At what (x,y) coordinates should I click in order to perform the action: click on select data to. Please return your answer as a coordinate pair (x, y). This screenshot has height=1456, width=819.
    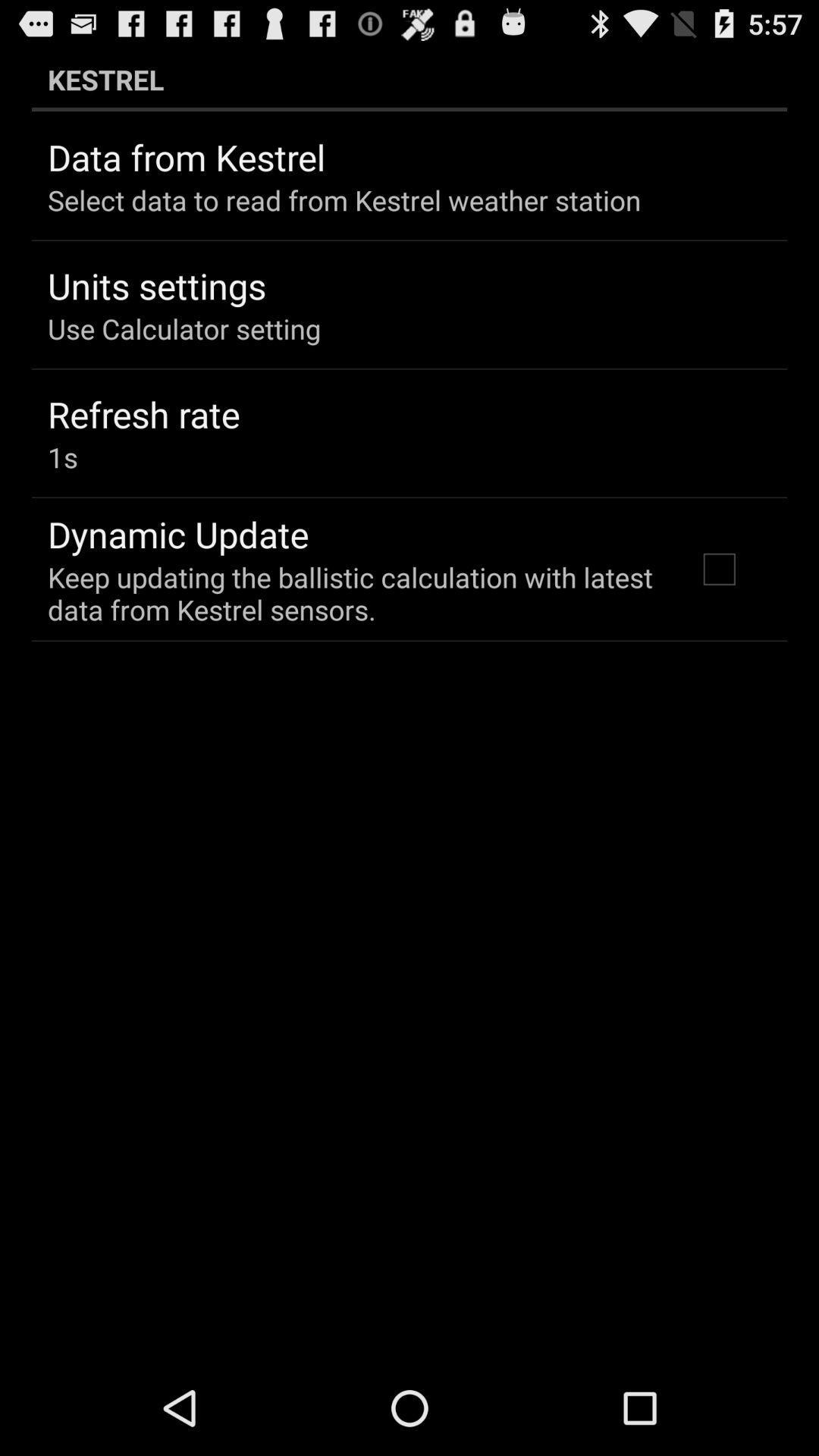
    Looking at the image, I should click on (344, 199).